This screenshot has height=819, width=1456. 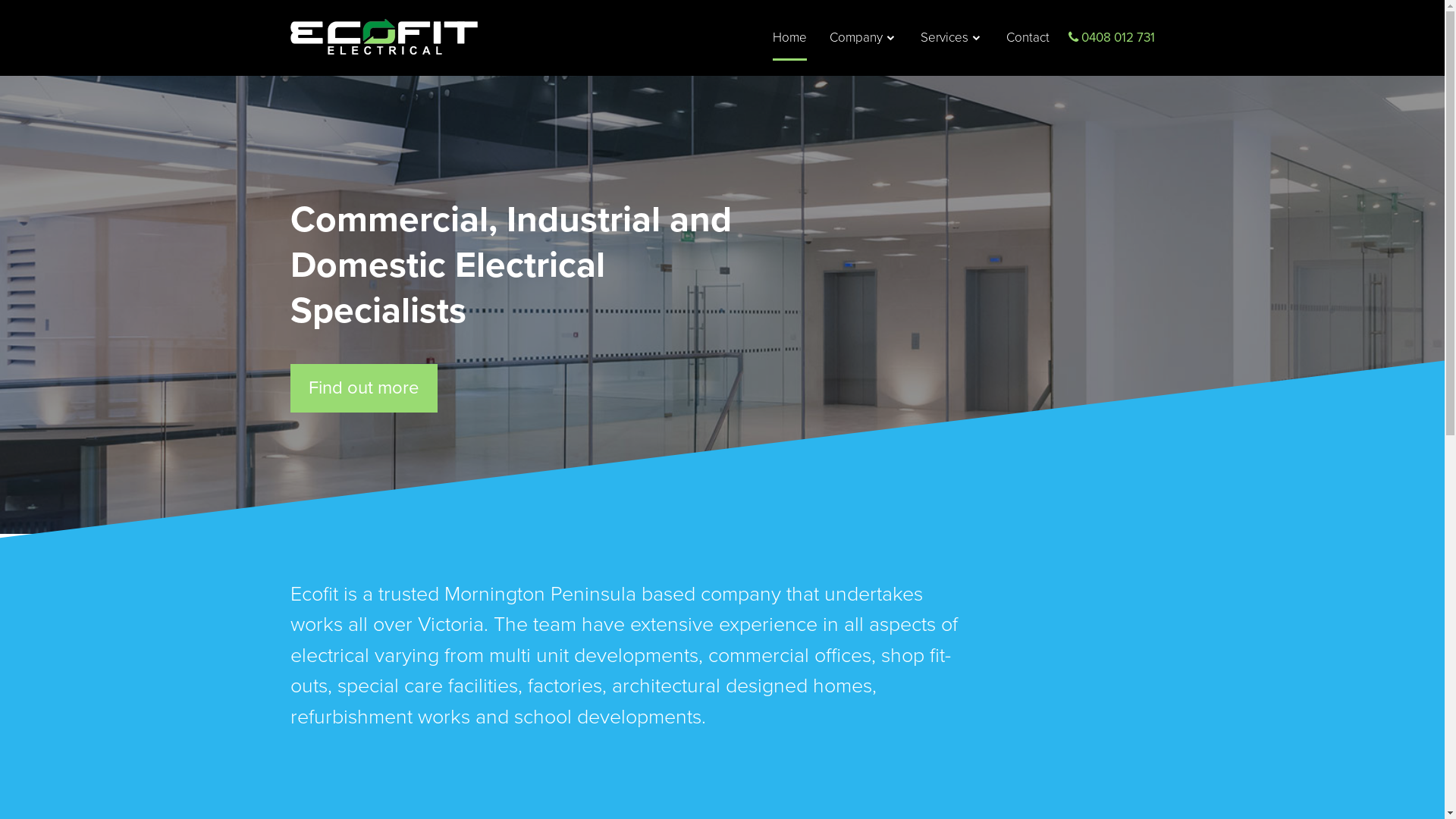 I want to click on 'Company', so click(x=861, y=37).